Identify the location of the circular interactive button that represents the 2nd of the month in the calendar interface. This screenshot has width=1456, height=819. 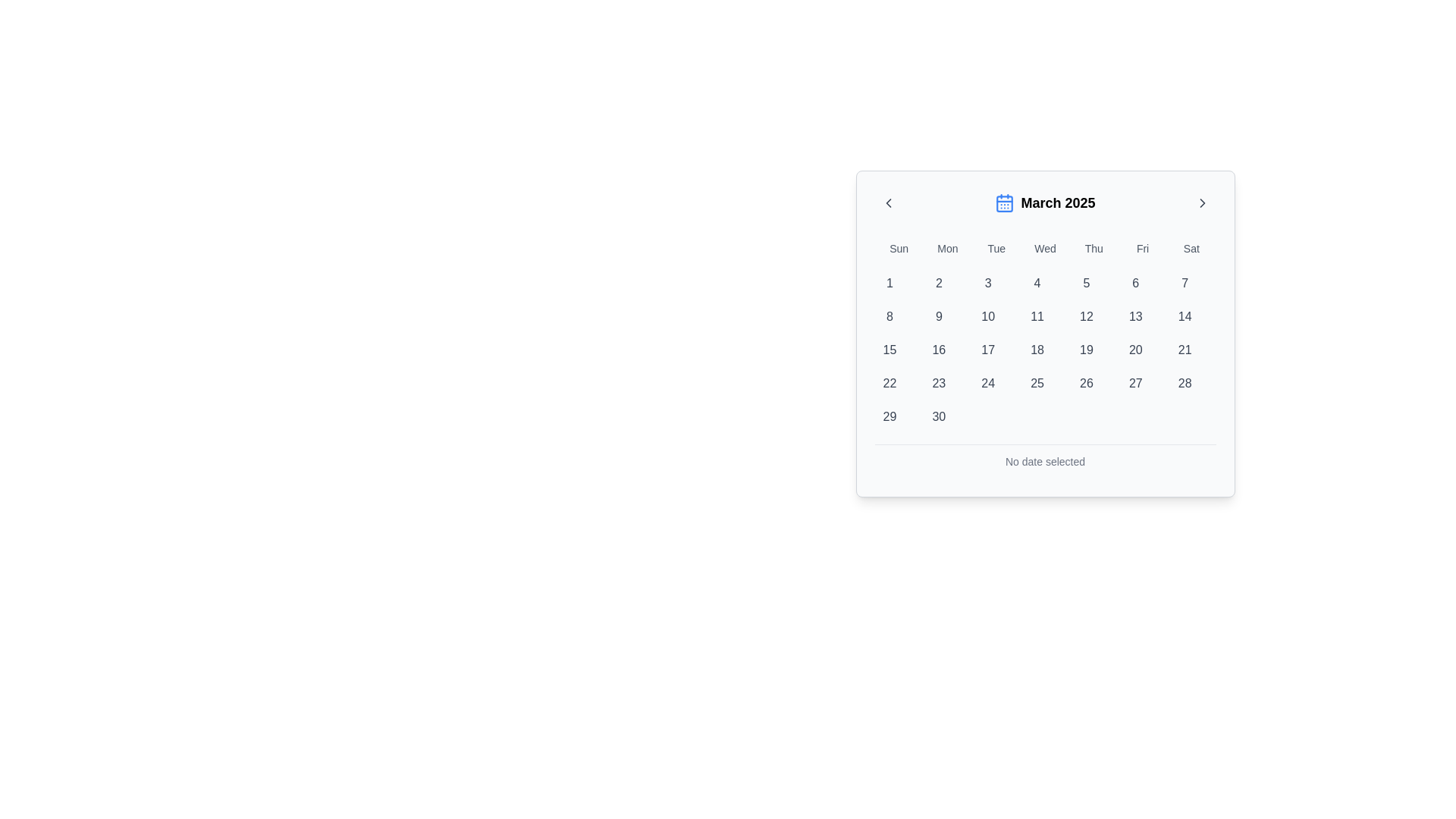
(938, 284).